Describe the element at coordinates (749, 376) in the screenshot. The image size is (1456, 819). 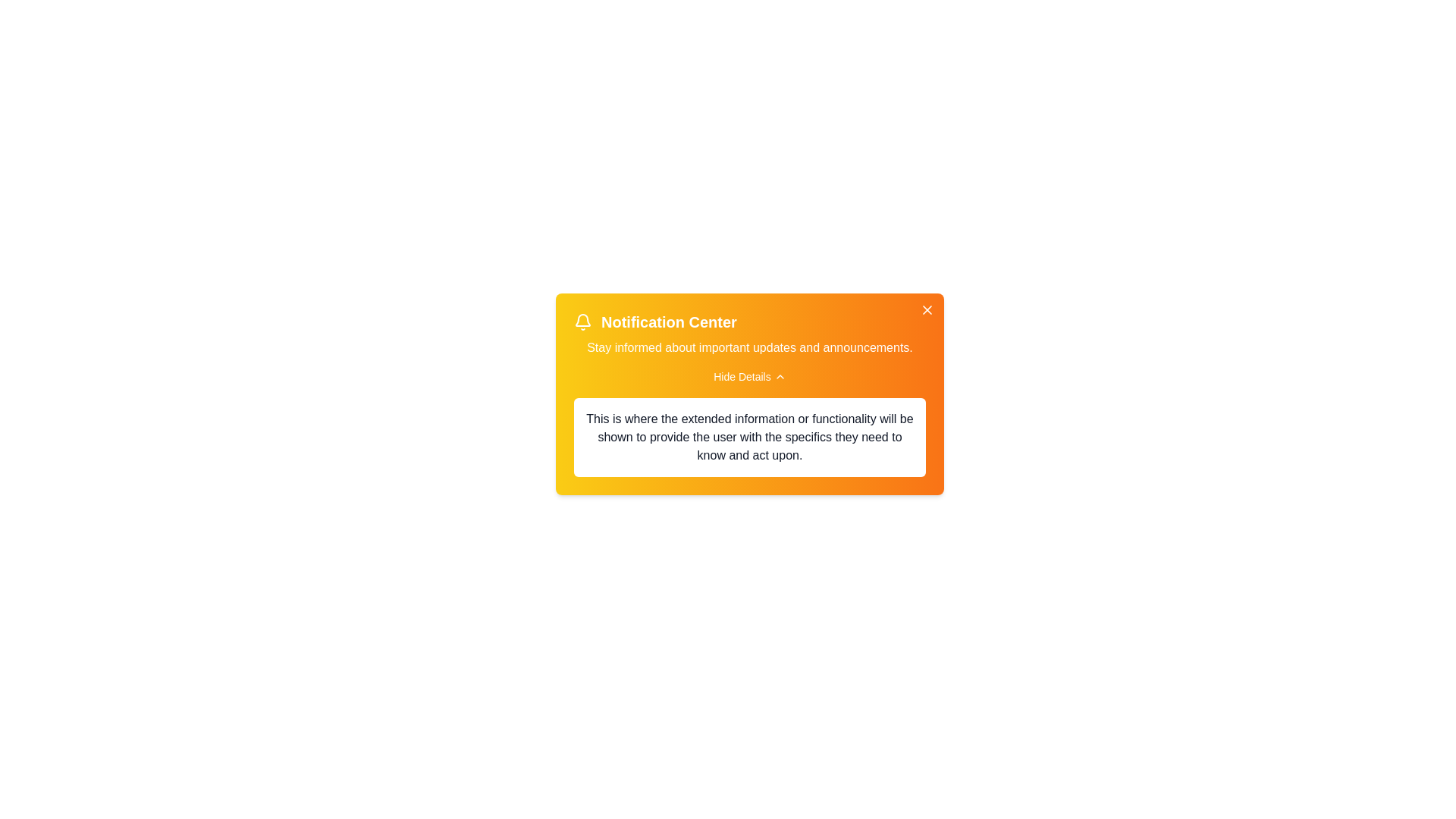
I see `the 'Hide Details' button to toggle the visibility of the detailed information` at that location.